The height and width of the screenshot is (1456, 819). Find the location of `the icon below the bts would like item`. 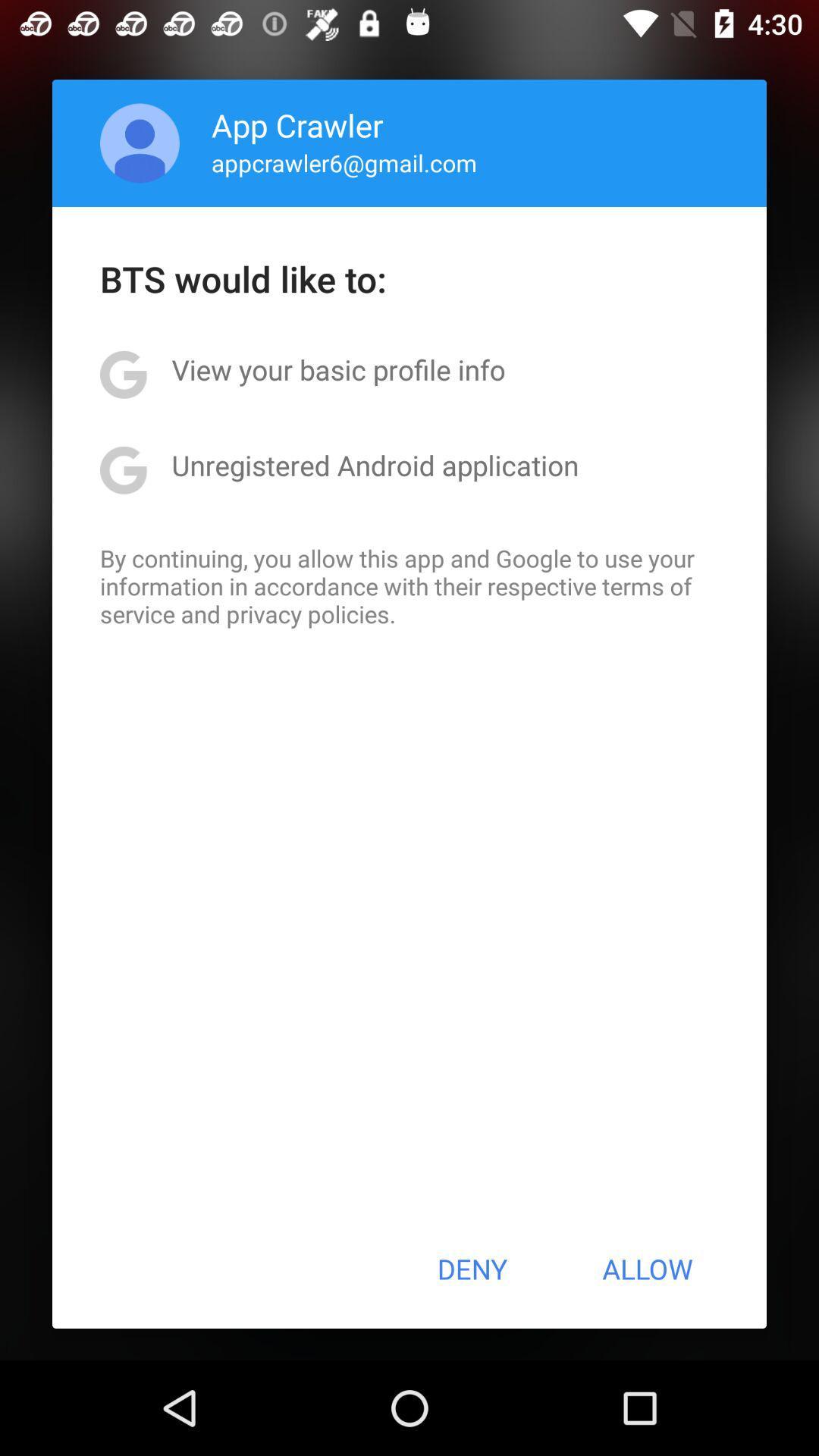

the icon below the bts would like item is located at coordinates (337, 369).